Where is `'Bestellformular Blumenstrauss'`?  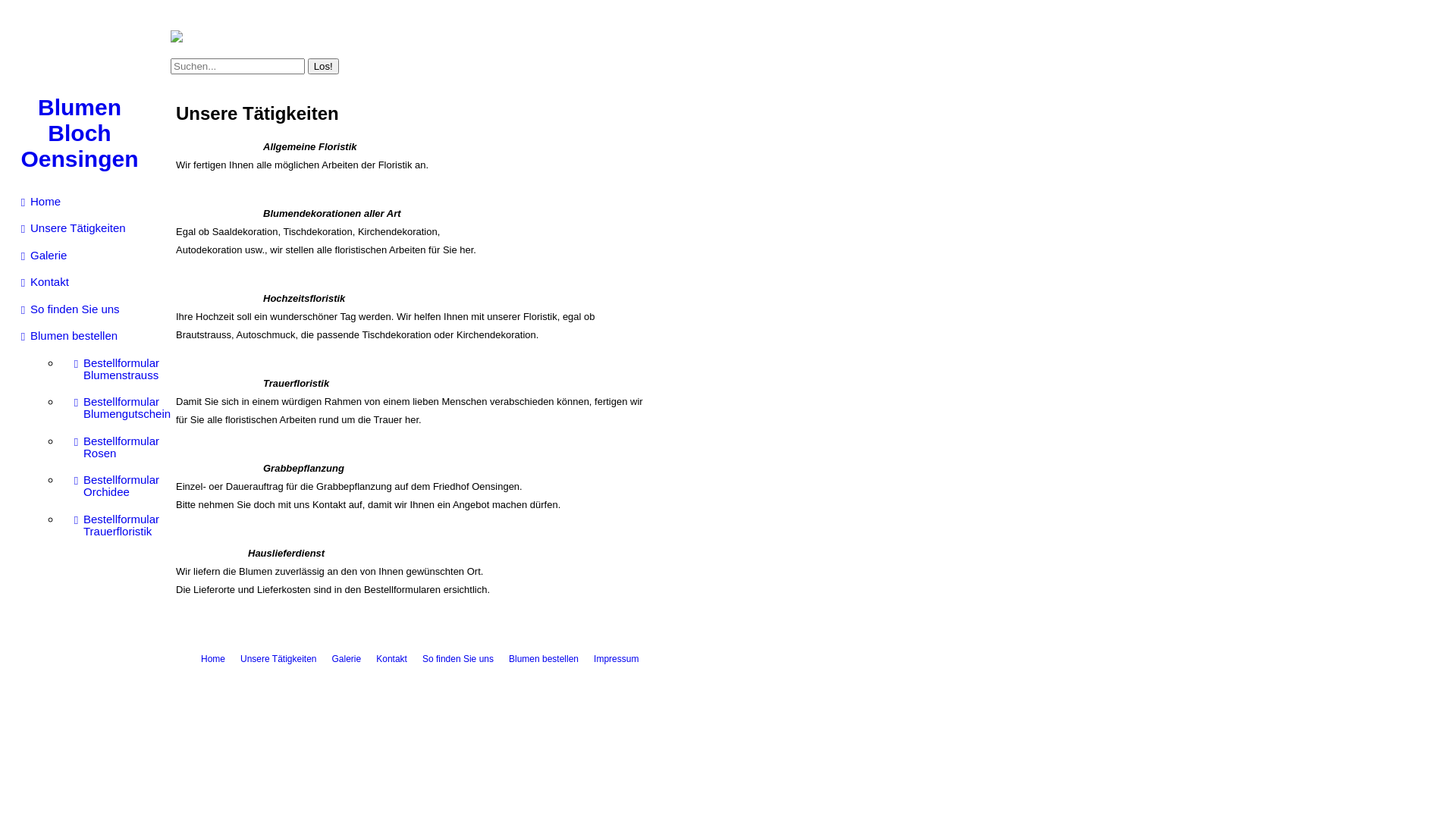
'Bestellformular Blumenstrauss' is located at coordinates (112, 369).